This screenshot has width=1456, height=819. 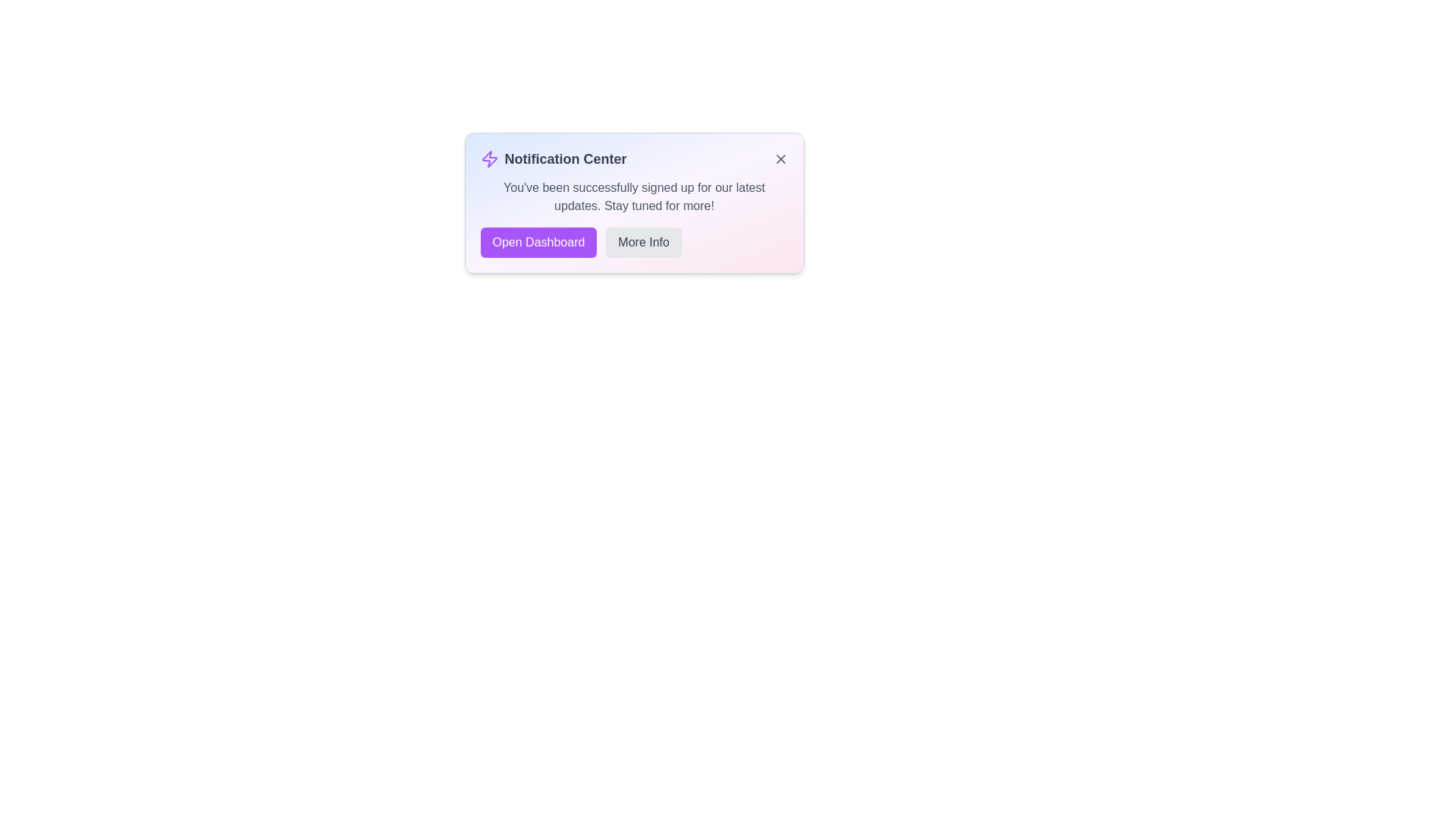 What do you see at coordinates (644, 242) in the screenshot?
I see `the 'More Info' button to request additional information` at bounding box center [644, 242].